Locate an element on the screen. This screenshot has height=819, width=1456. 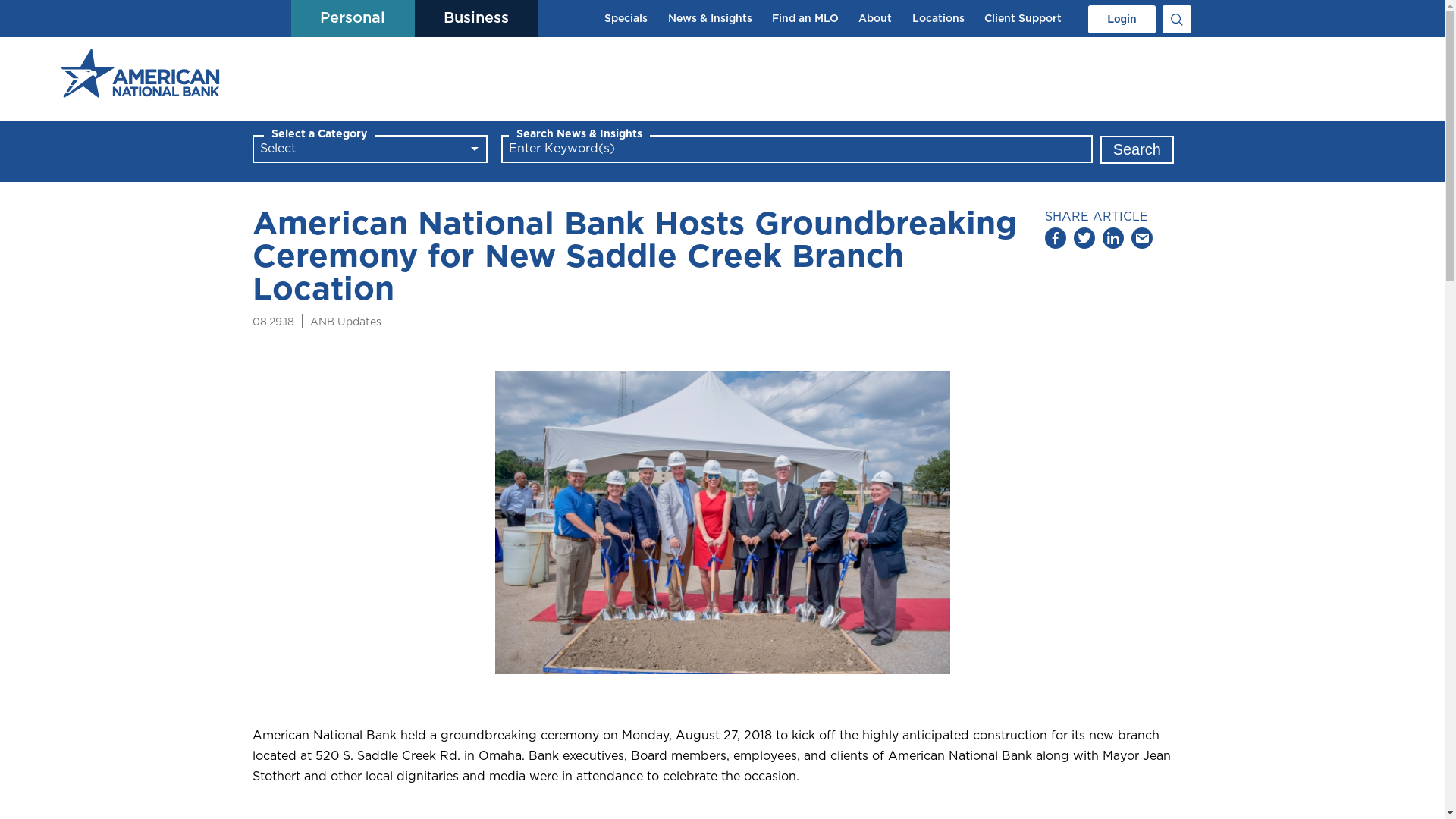
'Login' is located at coordinates (1121, 19).